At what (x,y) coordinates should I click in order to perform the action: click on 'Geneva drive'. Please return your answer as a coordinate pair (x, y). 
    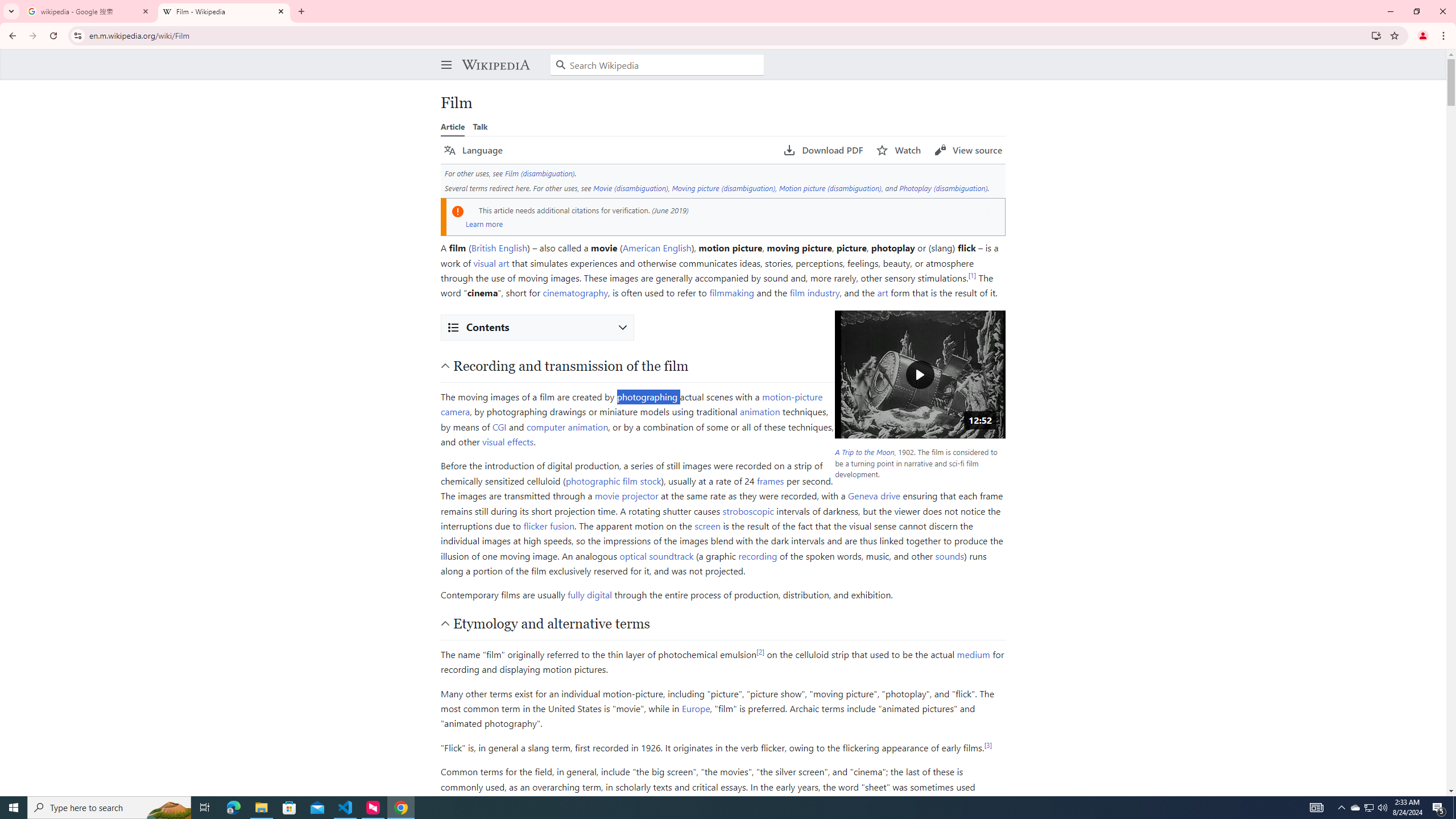
    Looking at the image, I should click on (874, 495).